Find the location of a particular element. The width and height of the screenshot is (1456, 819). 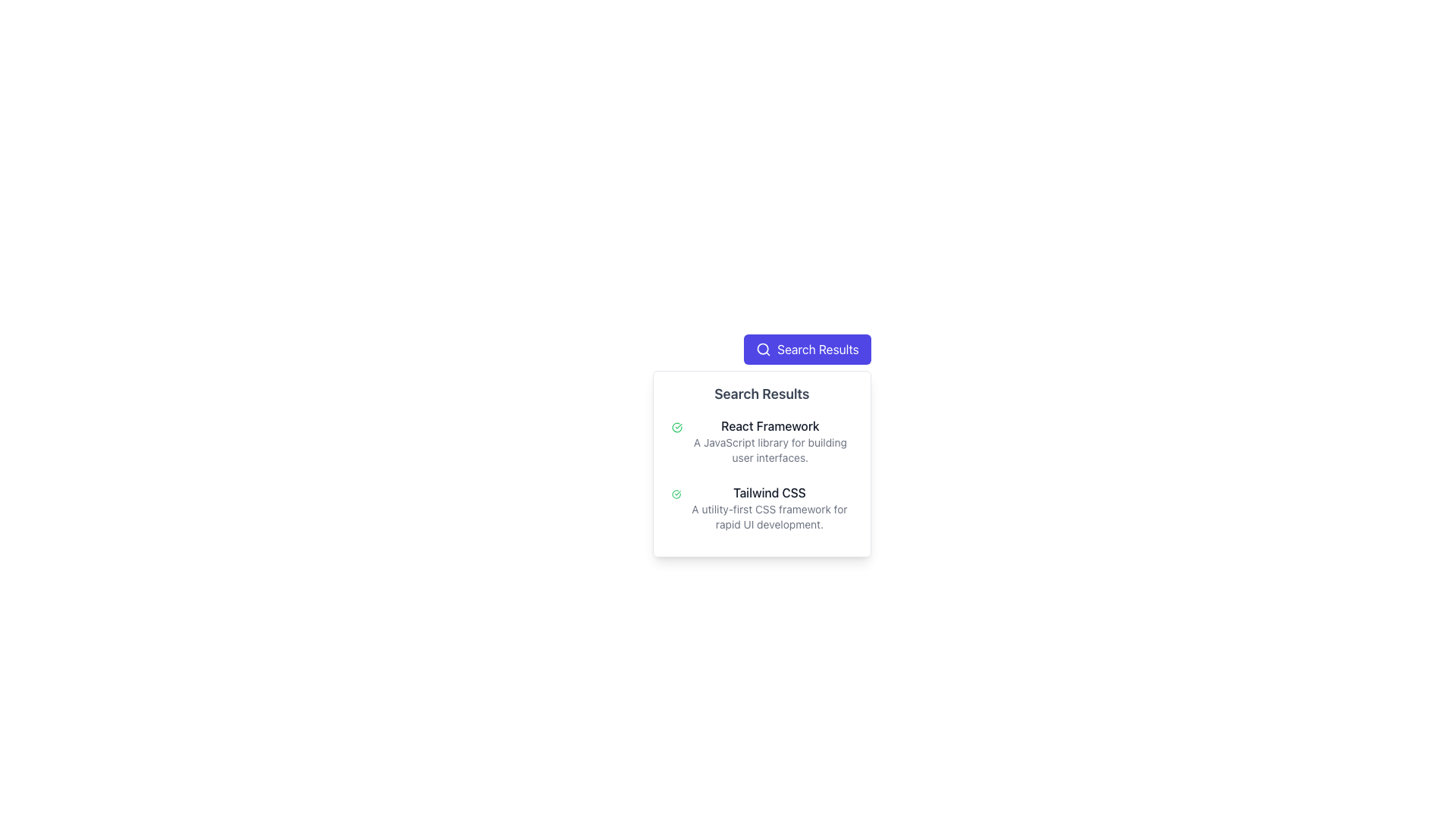

the circular green checkmark icon that is the first in the list, located to the left of the 'React Framework' title and description is located at coordinates (676, 427).